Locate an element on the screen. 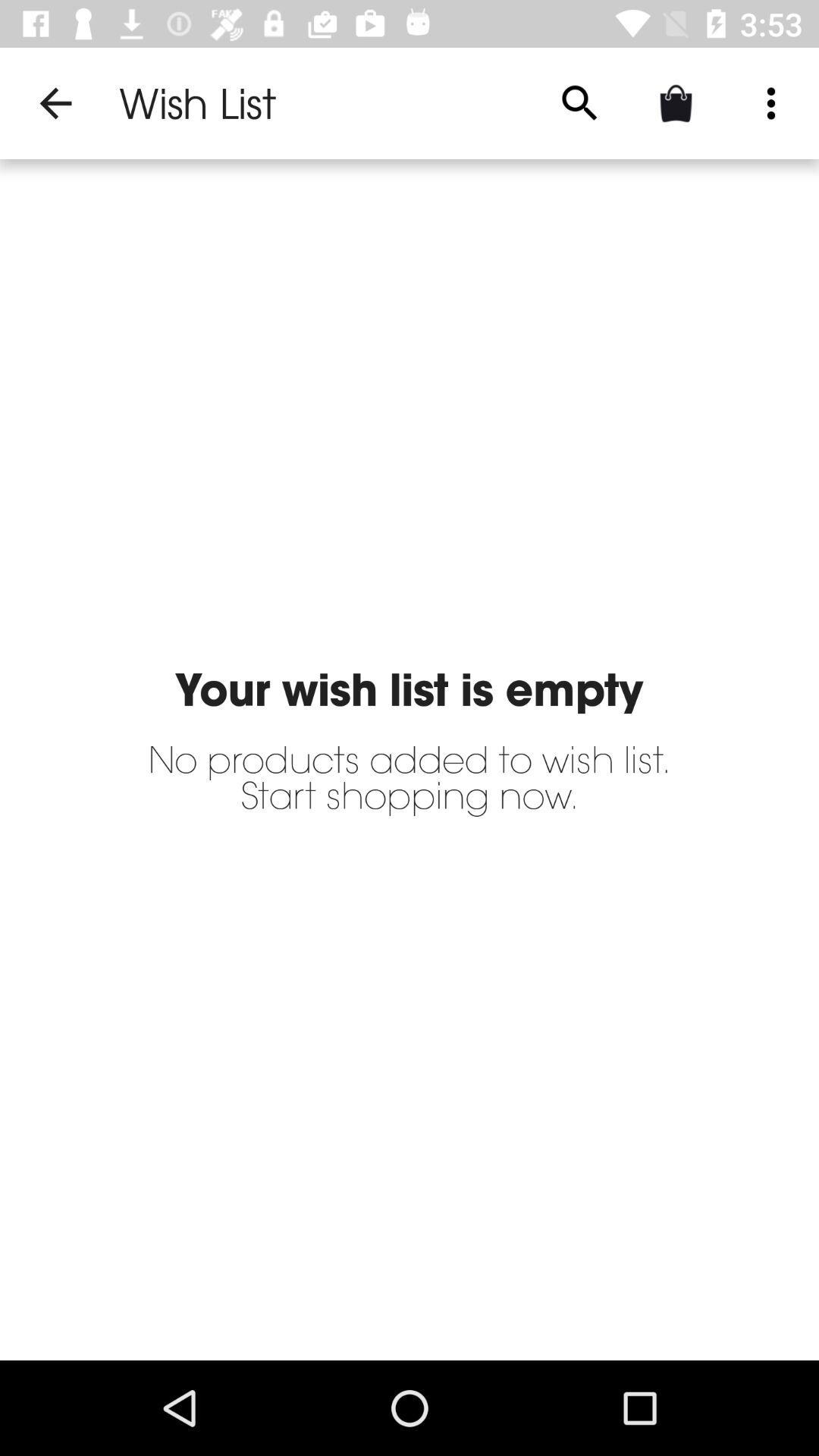  the icon above the your wish list item is located at coordinates (579, 102).